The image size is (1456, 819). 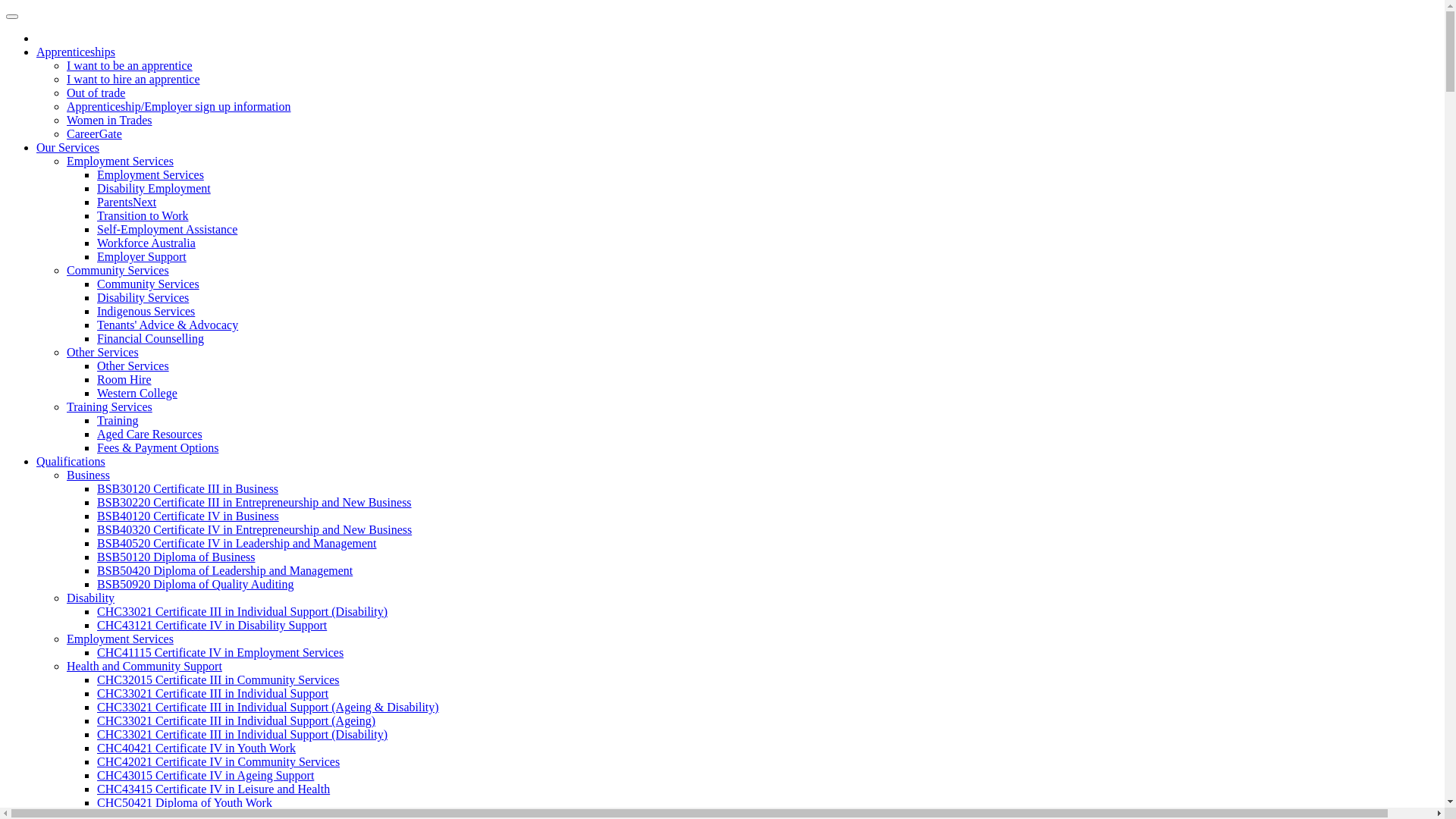 What do you see at coordinates (219, 651) in the screenshot?
I see `'CHC41115 Certificate IV in Employment Services'` at bounding box center [219, 651].